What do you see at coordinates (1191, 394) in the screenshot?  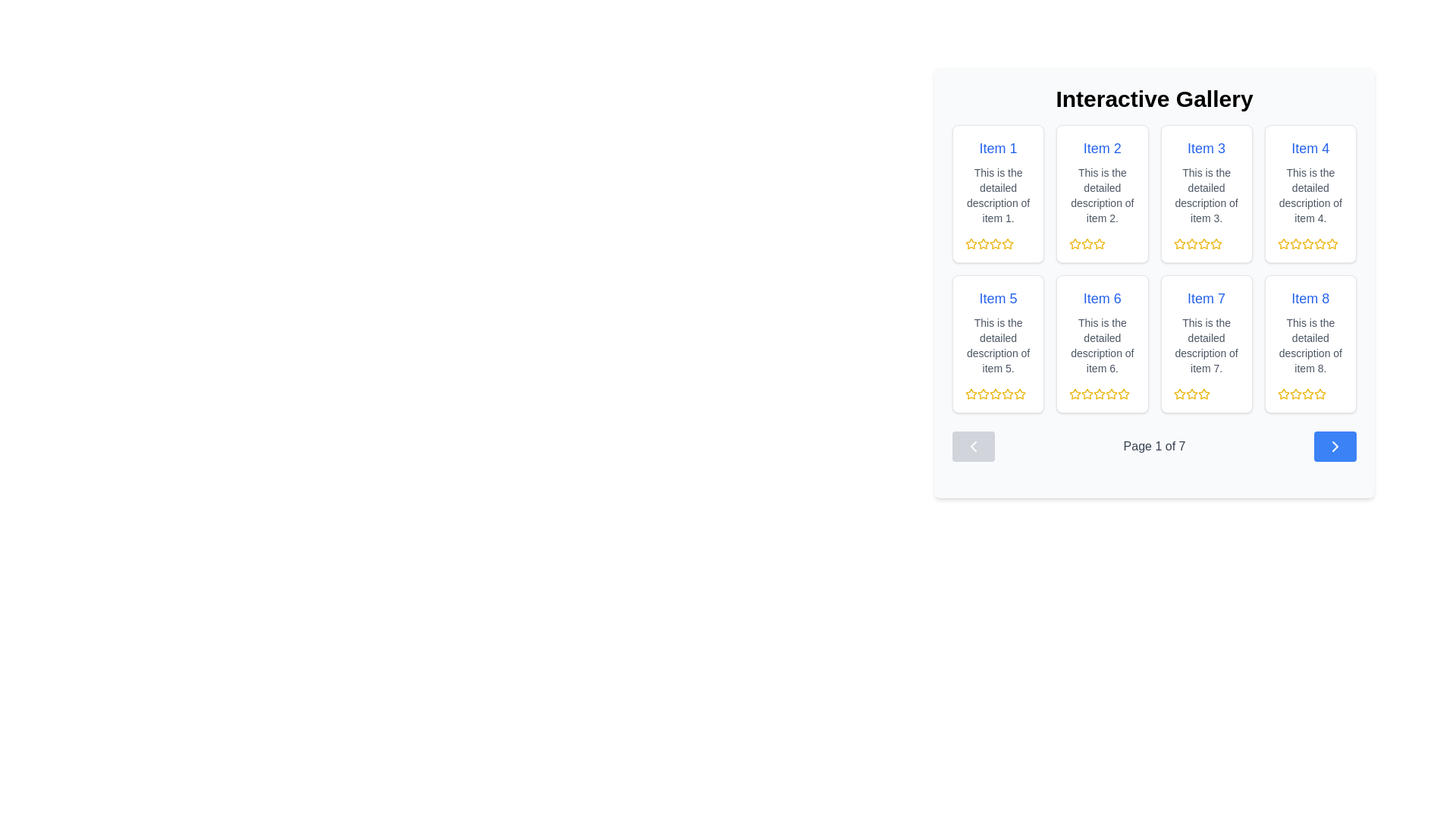 I see `the third star icon in the rating system below Item 7 to provide a rating` at bounding box center [1191, 394].